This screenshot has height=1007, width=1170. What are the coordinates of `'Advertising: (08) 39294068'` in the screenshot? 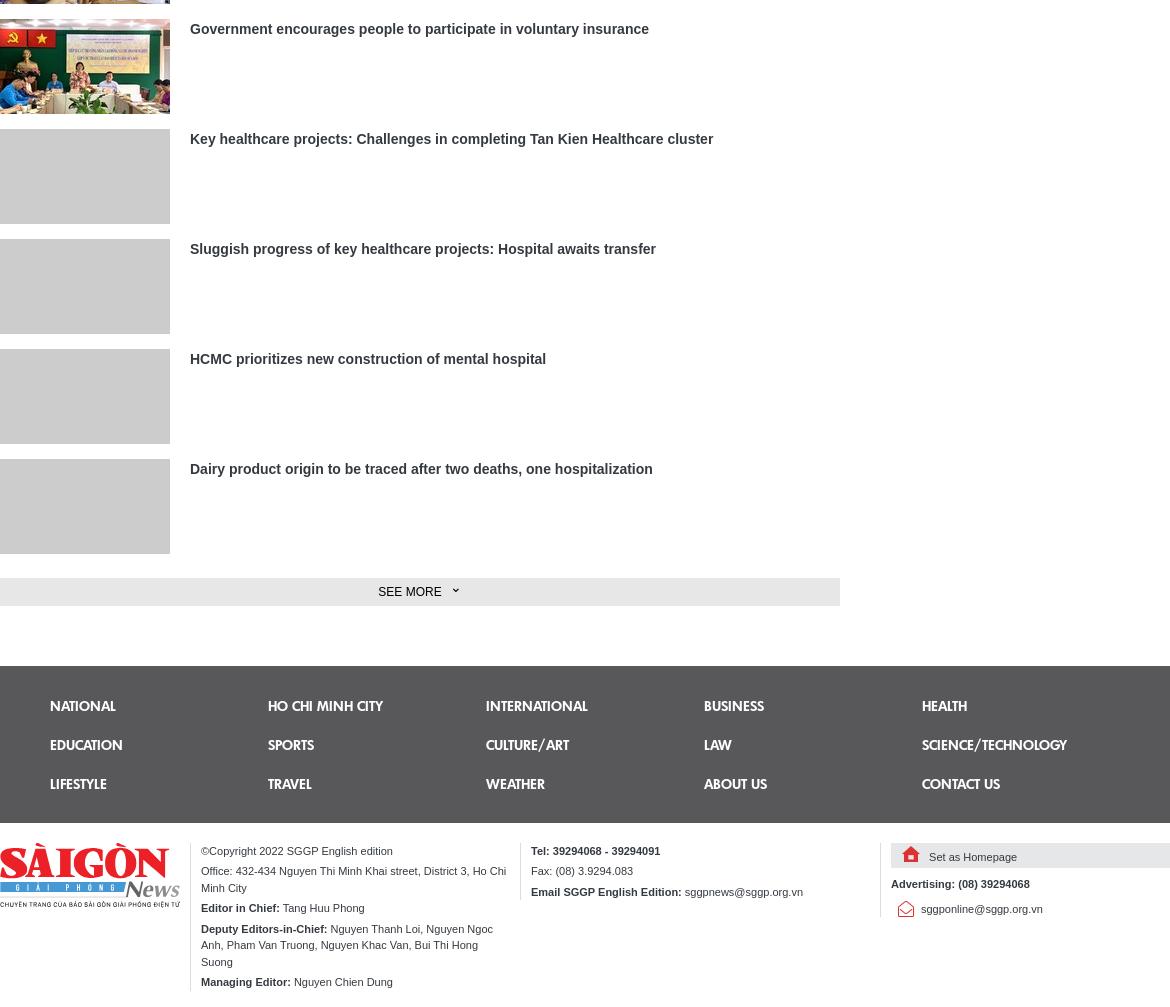 It's located at (958, 883).